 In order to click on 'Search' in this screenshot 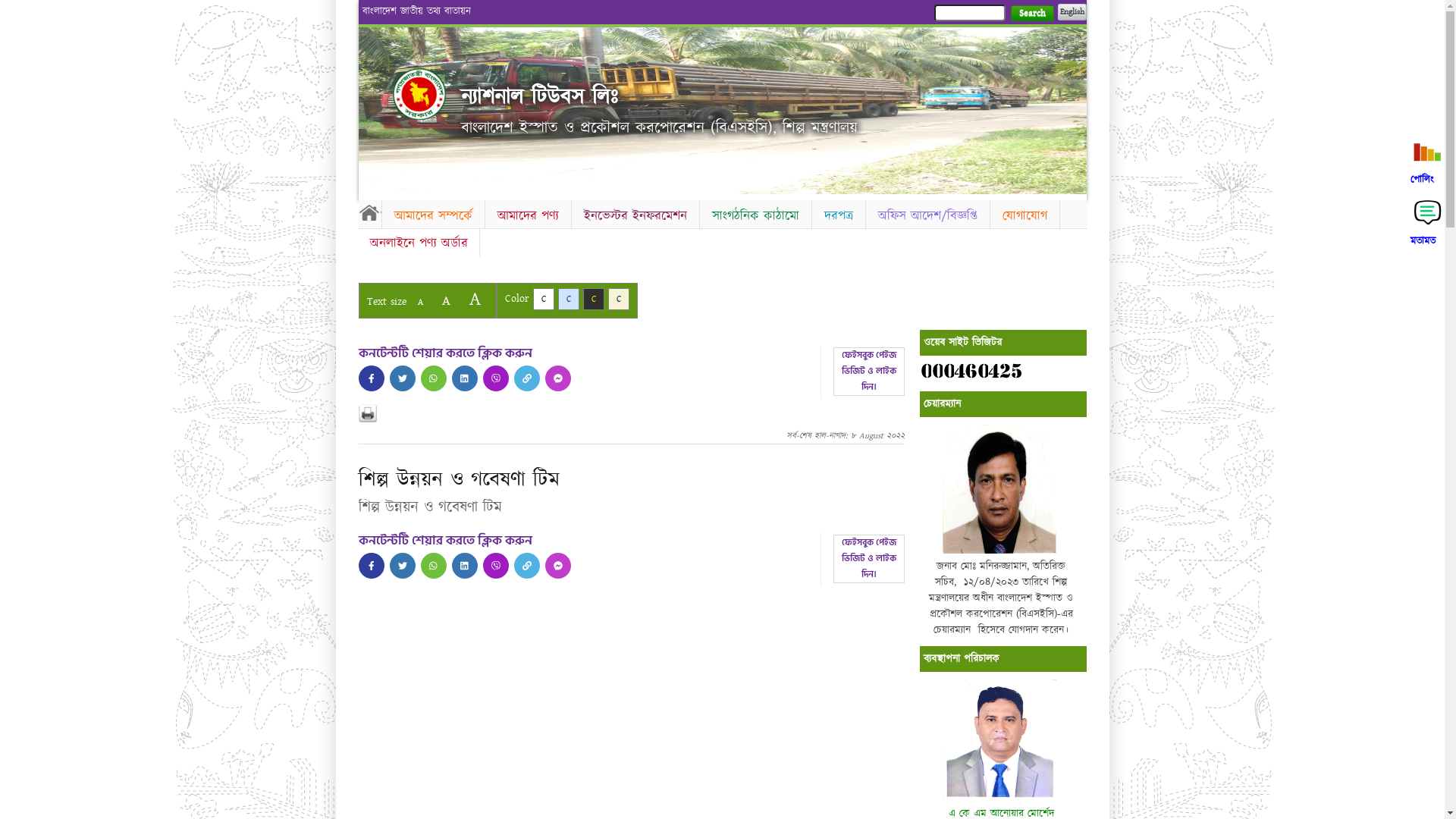, I will do `click(1031, 13)`.